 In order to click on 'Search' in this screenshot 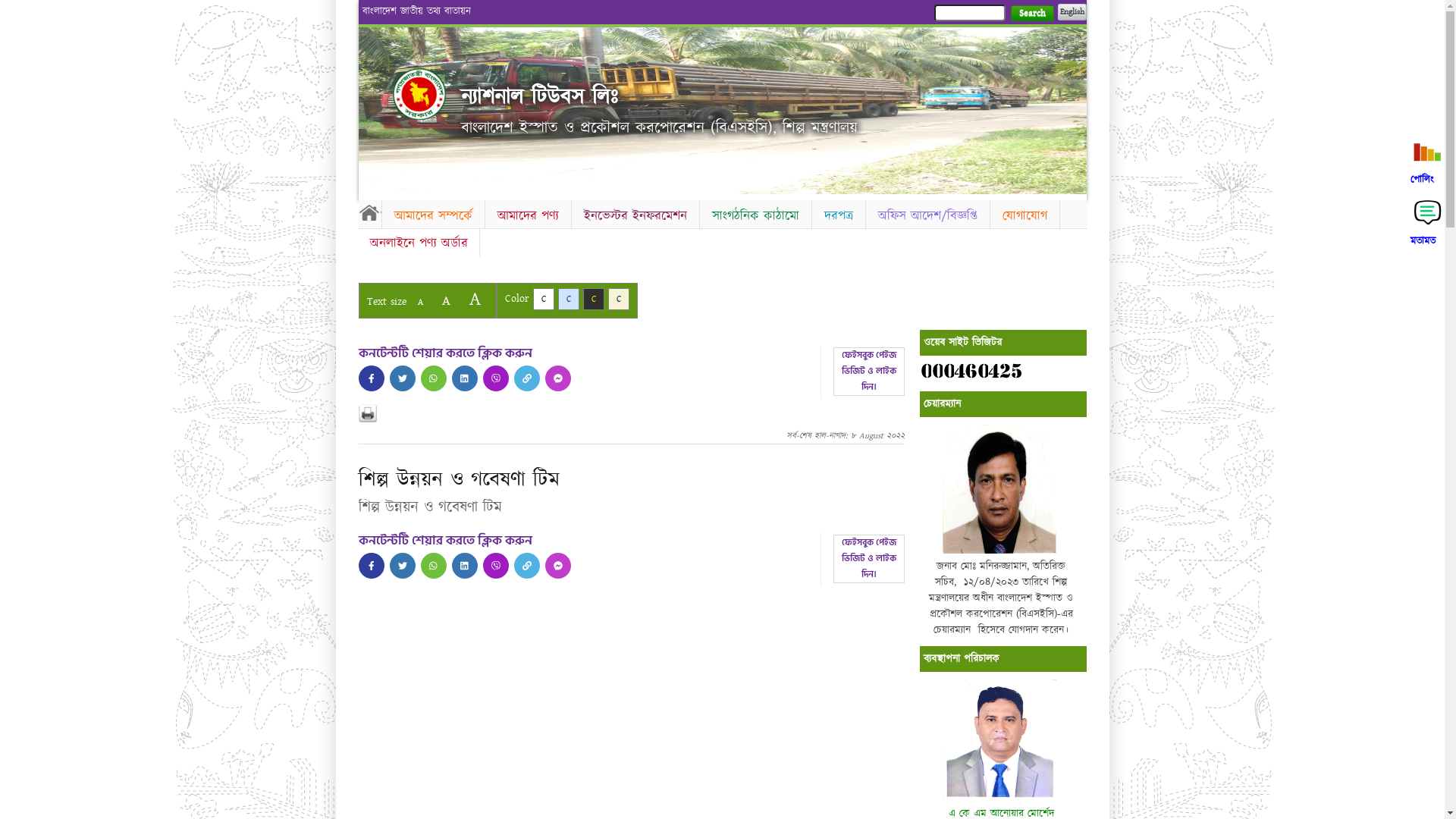, I will do `click(1031, 13)`.